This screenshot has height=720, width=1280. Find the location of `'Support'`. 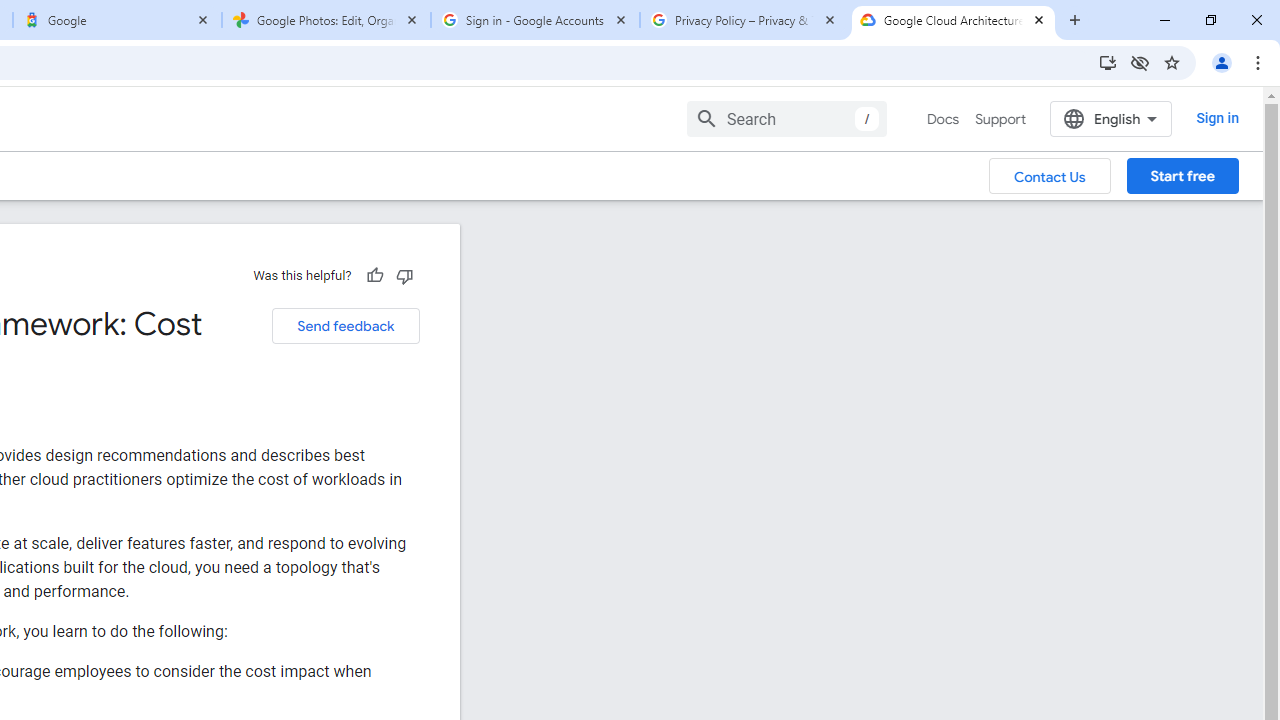

'Support' is located at coordinates (1000, 119).